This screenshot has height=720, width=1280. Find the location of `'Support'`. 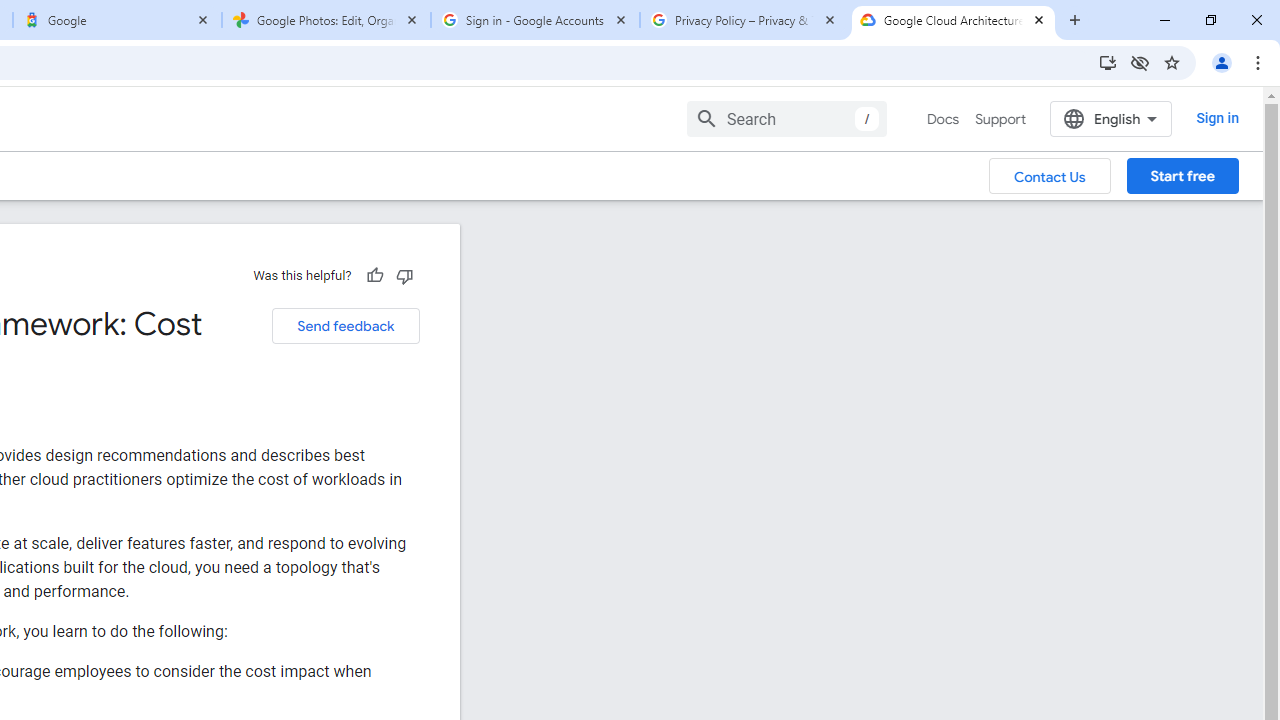

'Support' is located at coordinates (1000, 119).